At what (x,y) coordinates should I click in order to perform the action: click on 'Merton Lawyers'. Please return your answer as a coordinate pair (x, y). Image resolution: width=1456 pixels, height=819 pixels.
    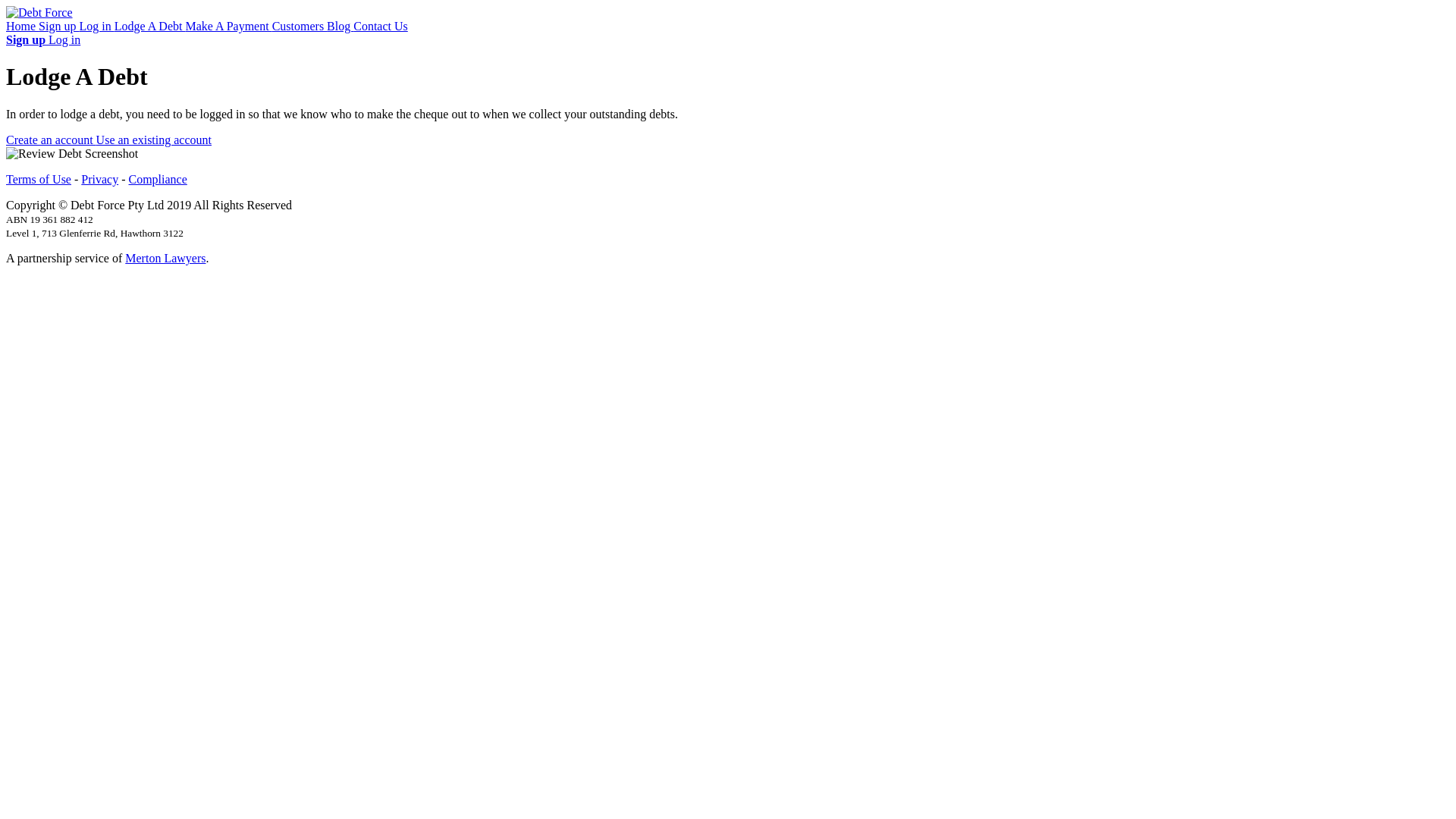
    Looking at the image, I should click on (165, 257).